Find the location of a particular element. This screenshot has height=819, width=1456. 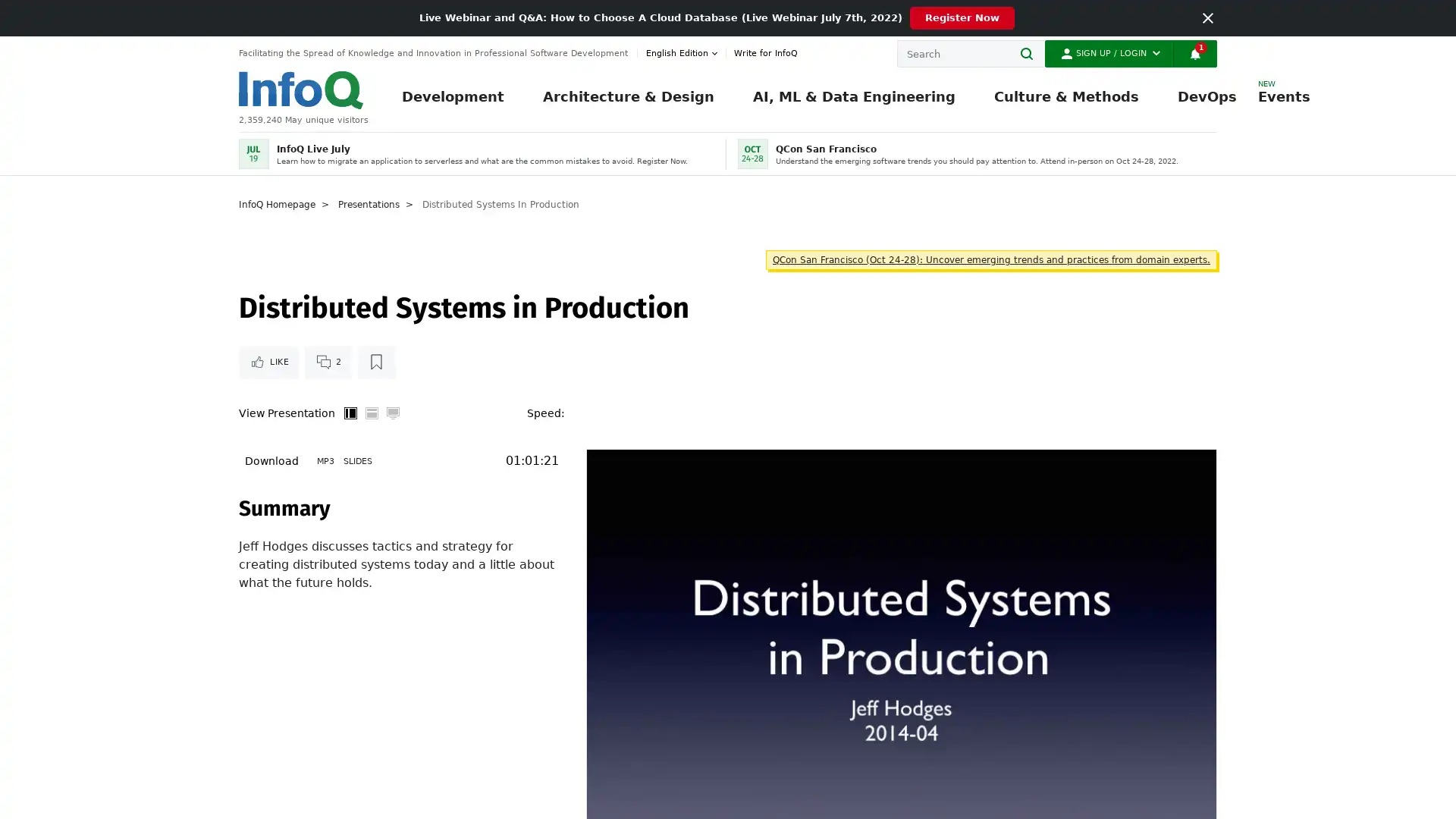

Sign Up / Login is located at coordinates (1109, 52).